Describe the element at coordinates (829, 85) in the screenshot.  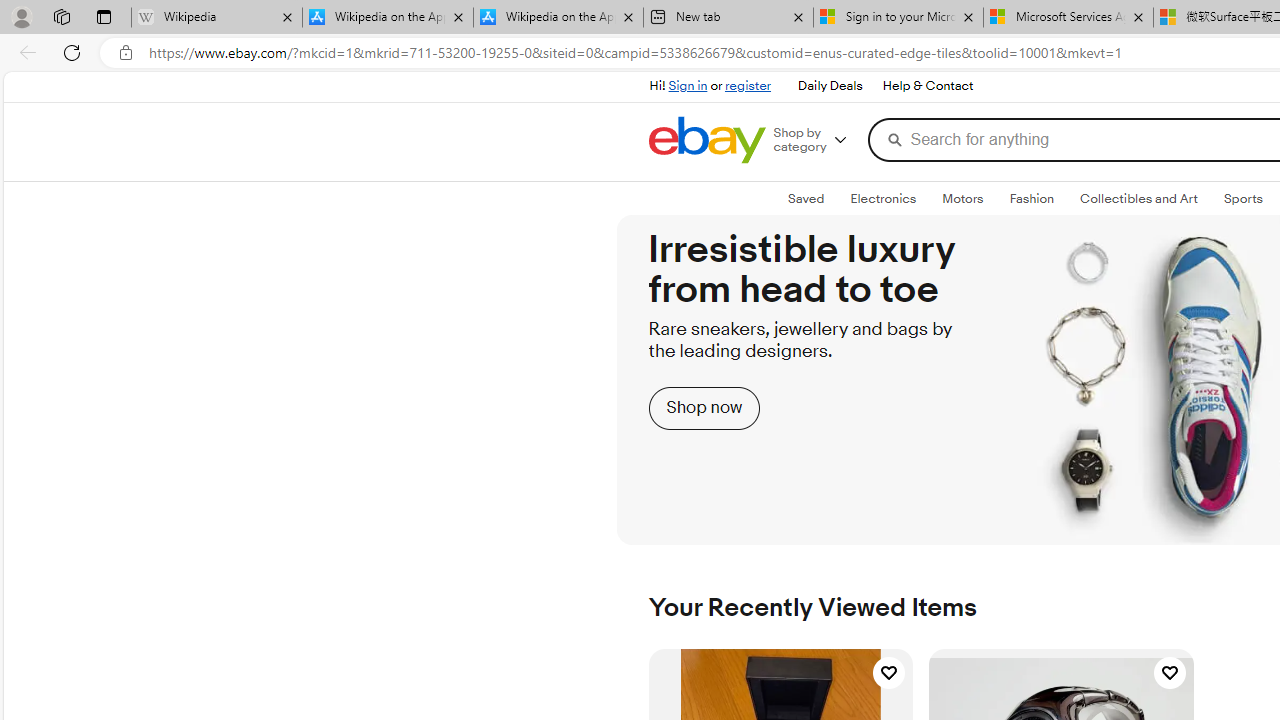
I see `'Daily Deals'` at that location.